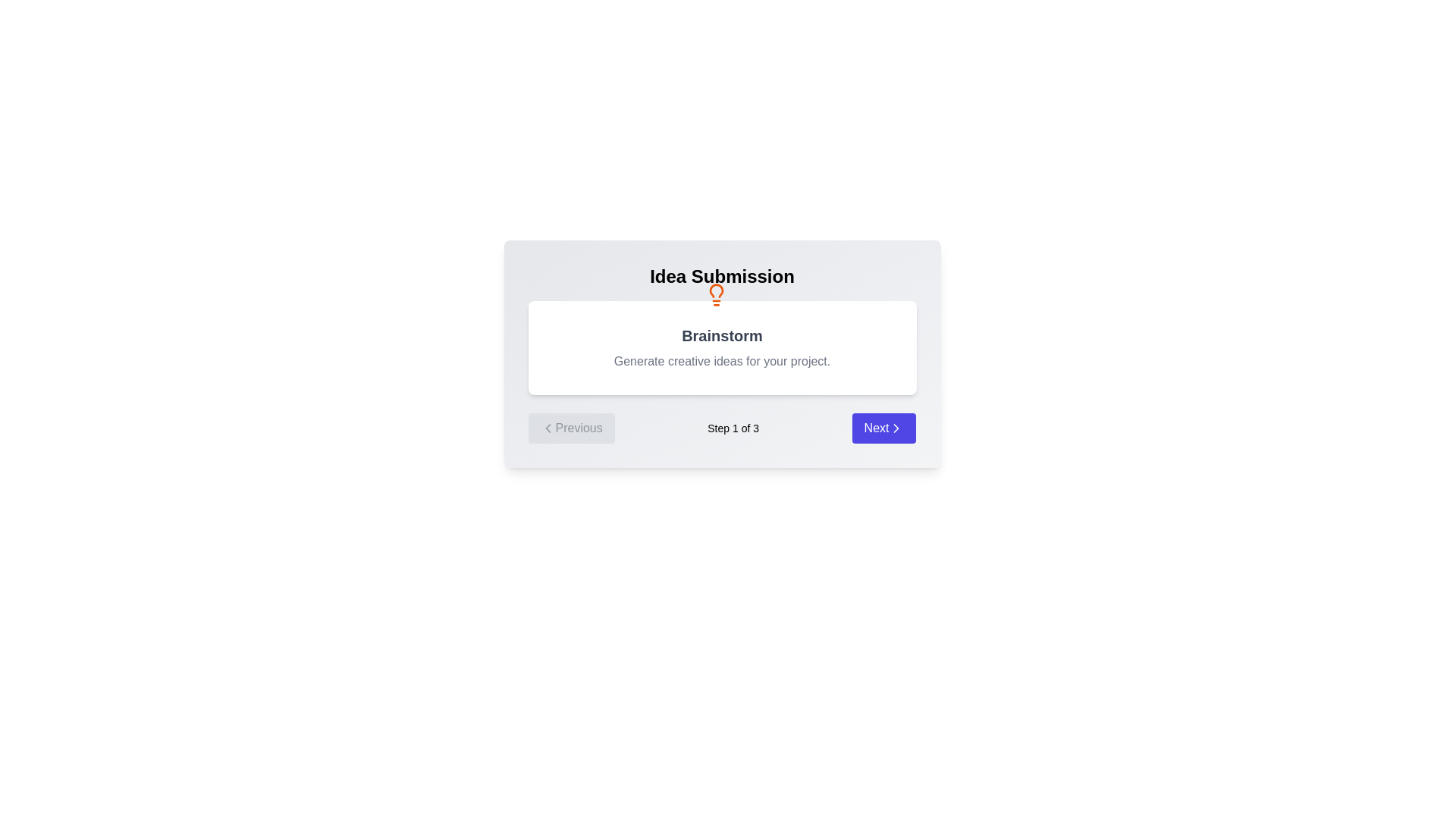 This screenshot has height=819, width=1456. Describe the element at coordinates (715, 295) in the screenshot. I see `the step icon to observe its visual representation` at that location.